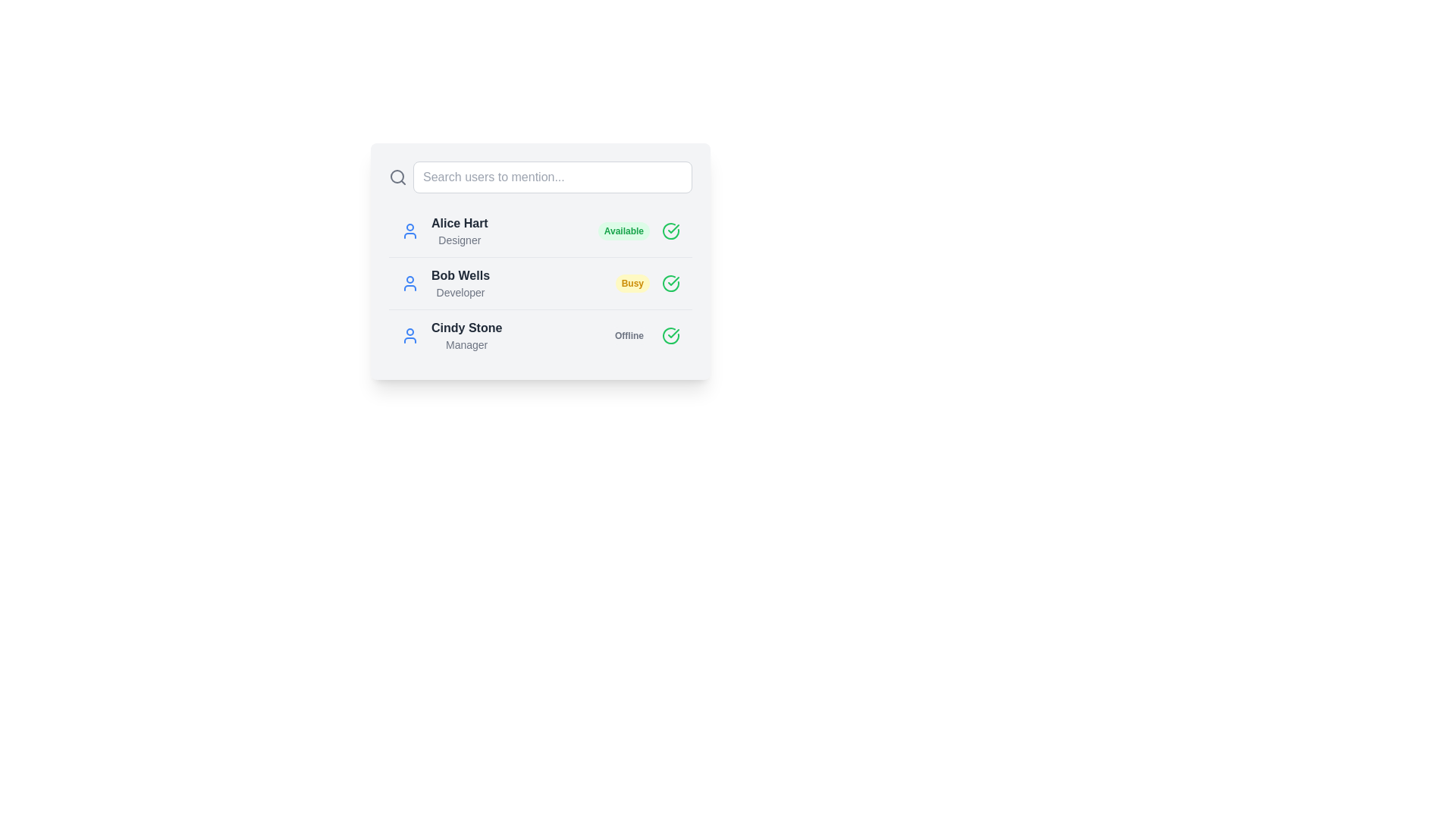  I want to click on the text display element that contains the bold name 'Alice Hart' and the lighter role 'Designer', positioned above the status indicator 'Available', so click(459, 231).